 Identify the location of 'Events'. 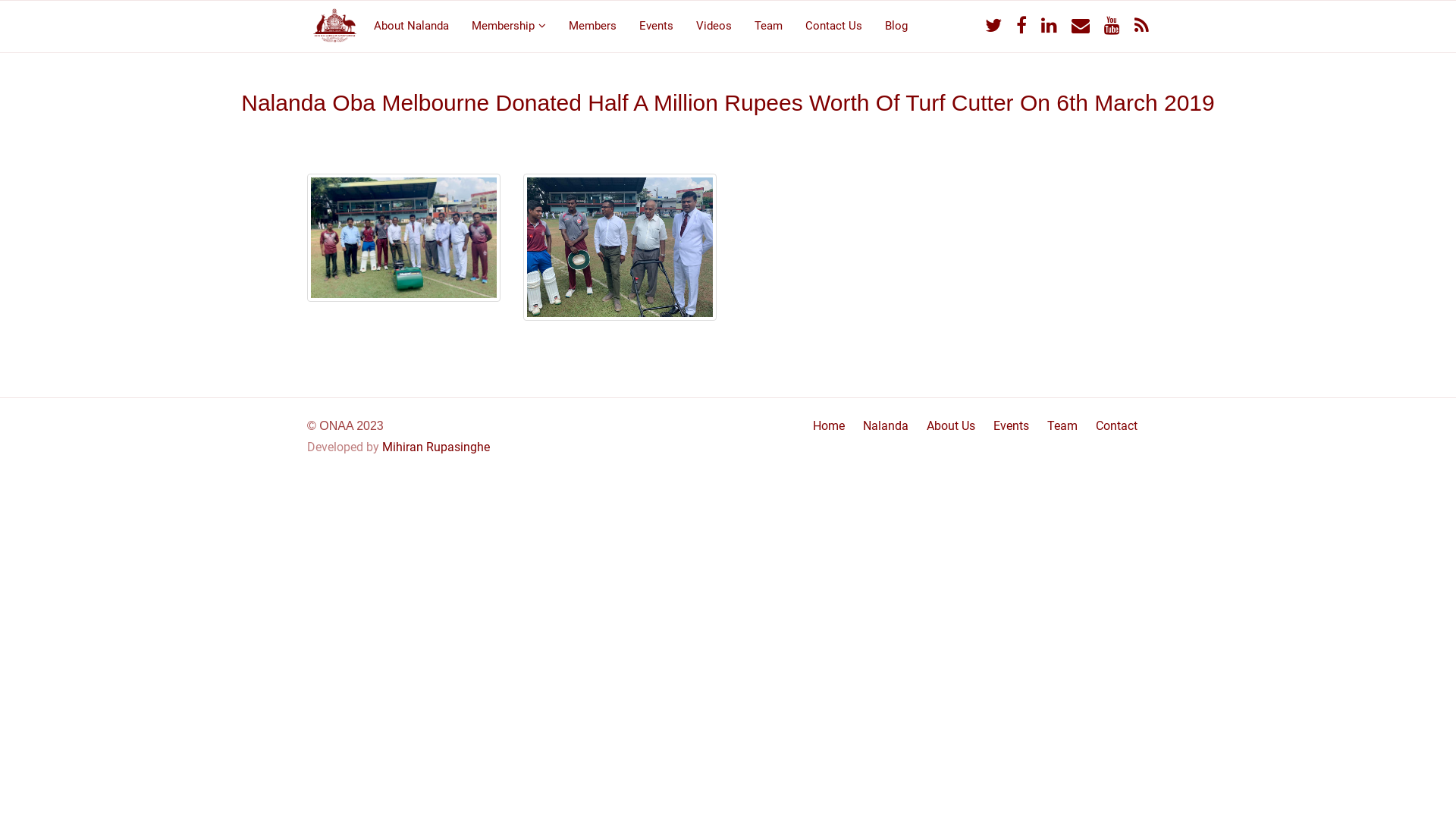
(656, 24).